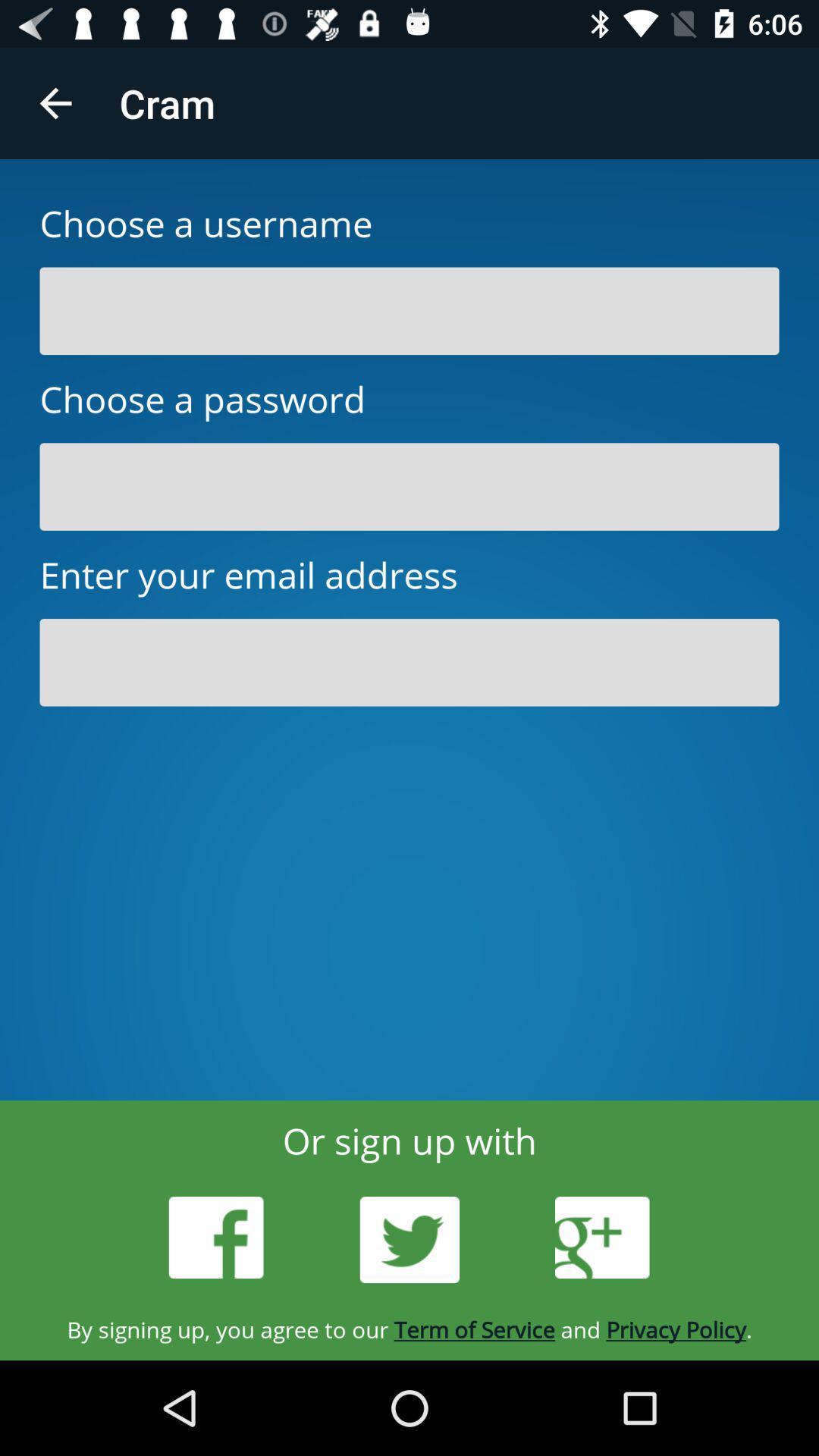 The image size is (819, 1456). What do you see at coordinates (216, 1238) in the screenshot?
I see `the facebook icon` at bounding box center [216, 1238].